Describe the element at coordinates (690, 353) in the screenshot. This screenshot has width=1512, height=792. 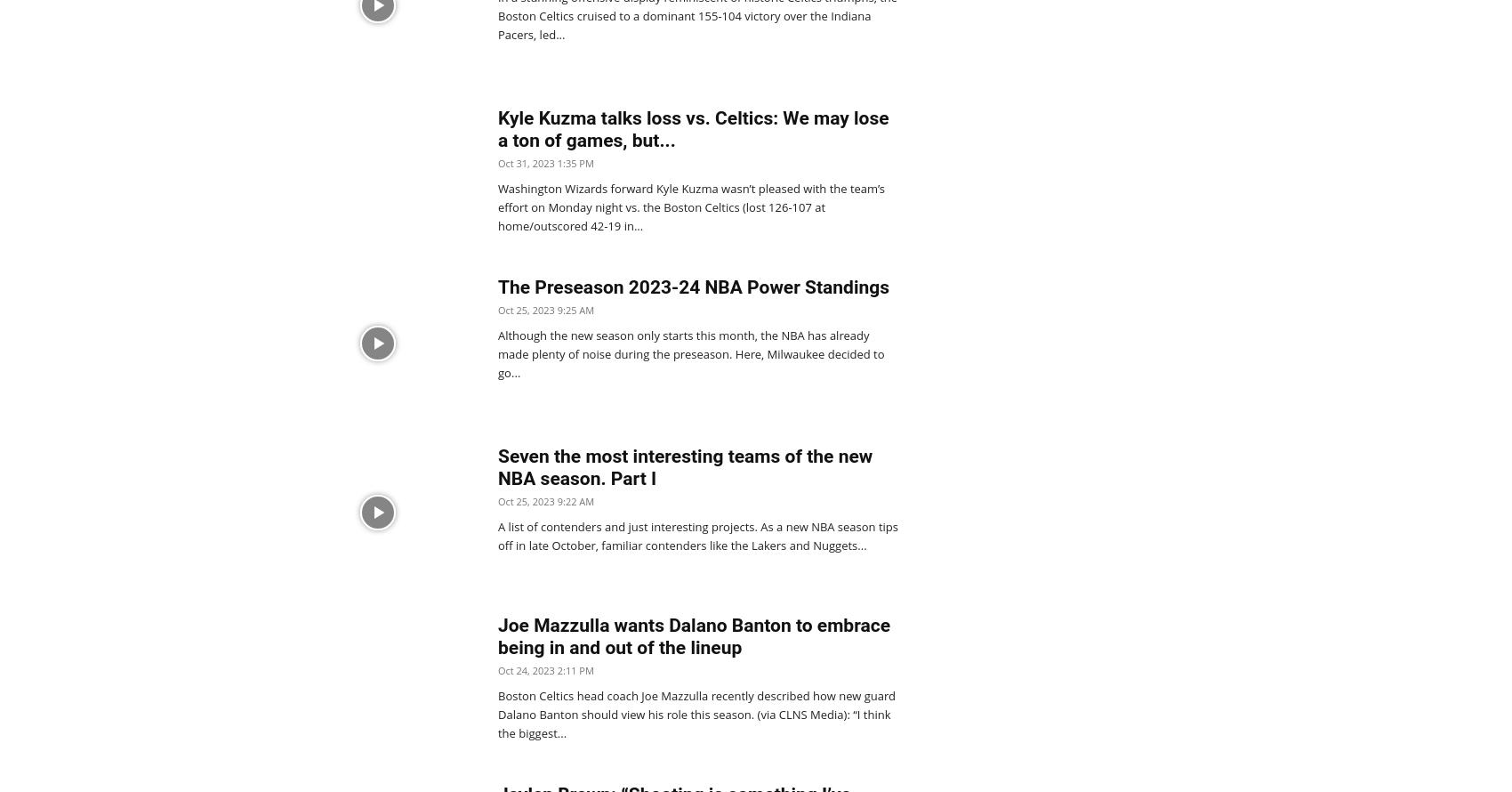
I see `'Although the new season only starts this month, the NBA has already made plenty of noise during the preseason. Here, Milwaukee decided to go...'` at that location.